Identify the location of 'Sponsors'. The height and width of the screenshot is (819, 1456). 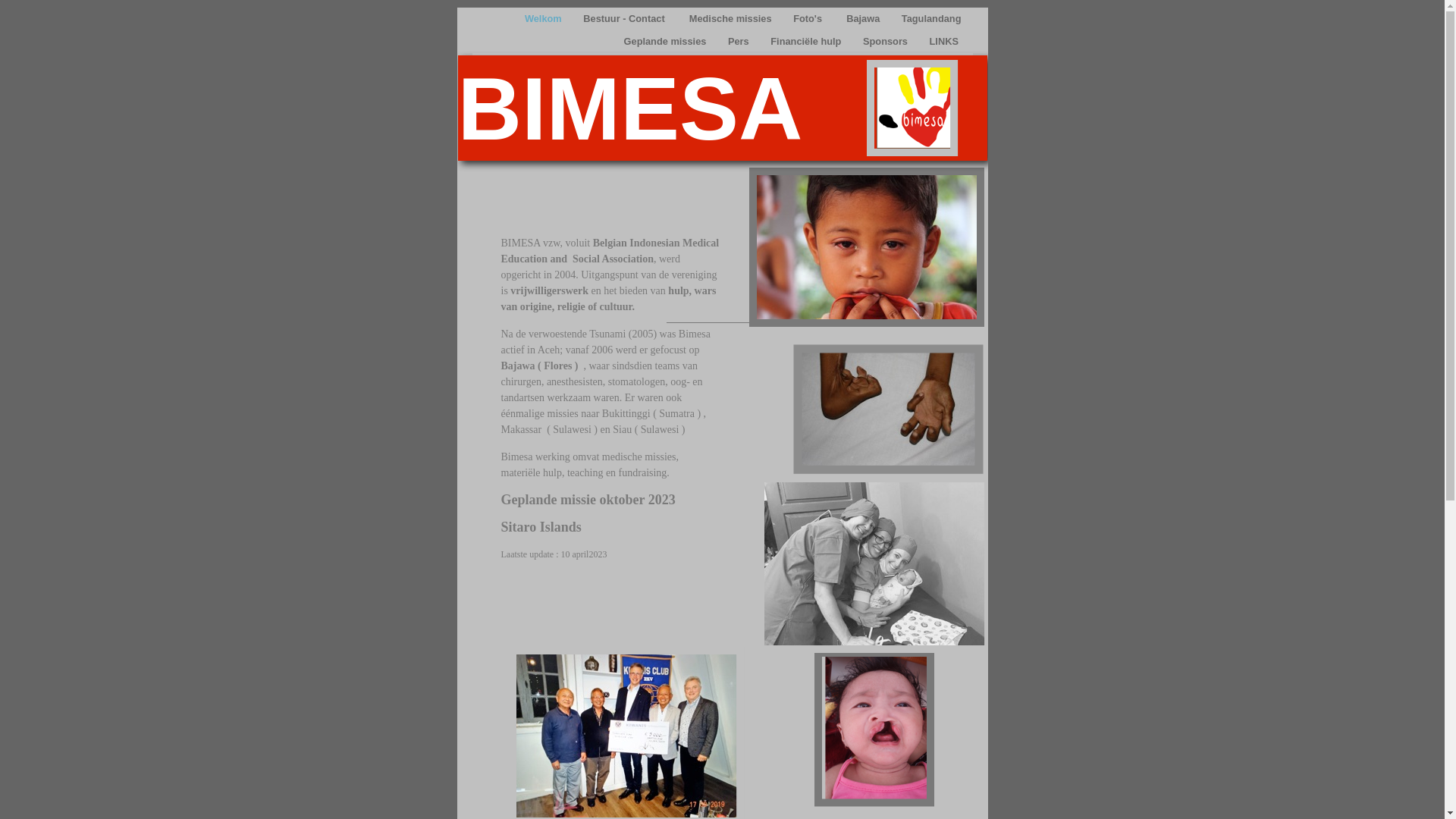
(886, 40).